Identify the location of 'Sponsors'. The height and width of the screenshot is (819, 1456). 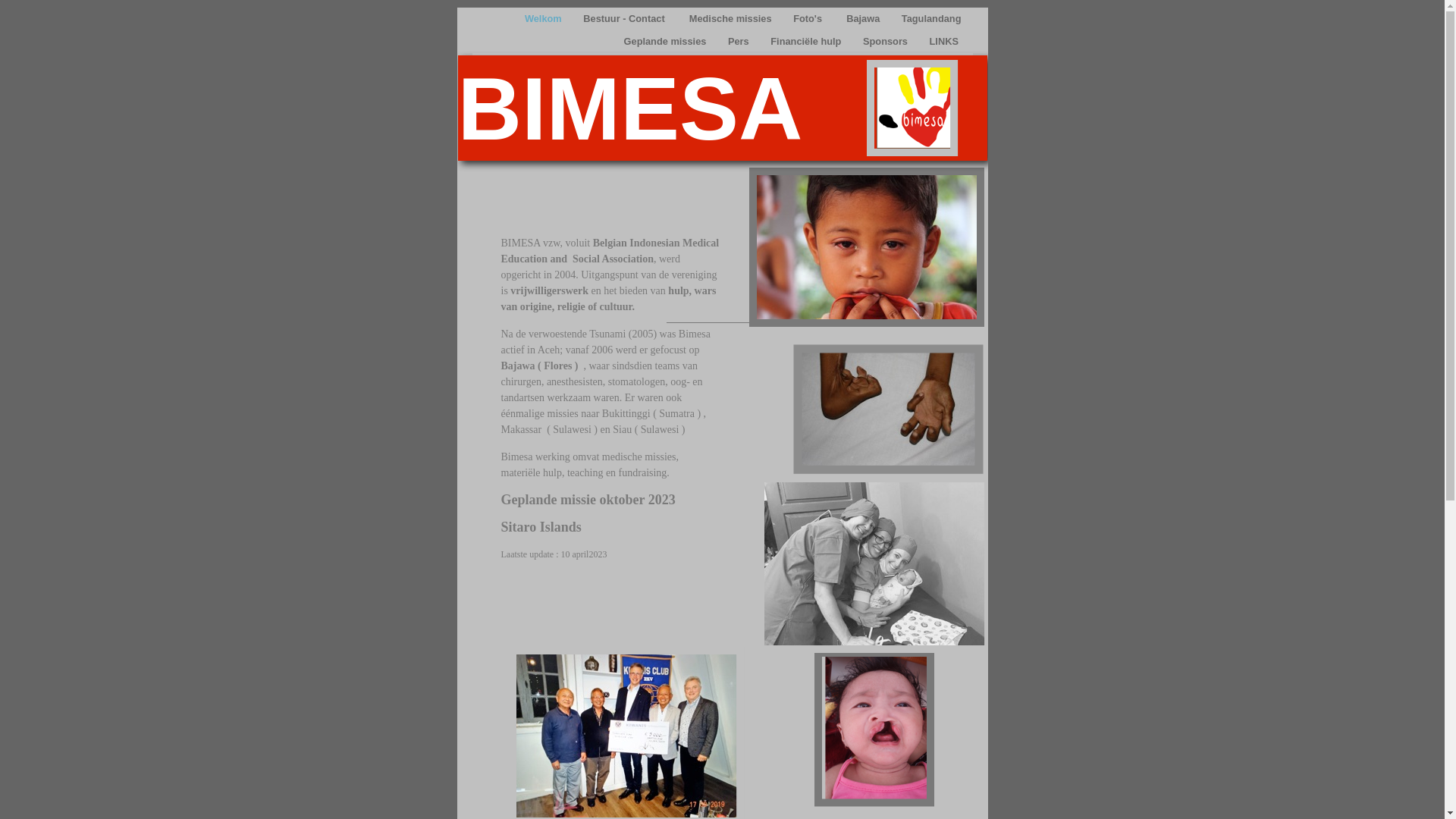
(886, 40).